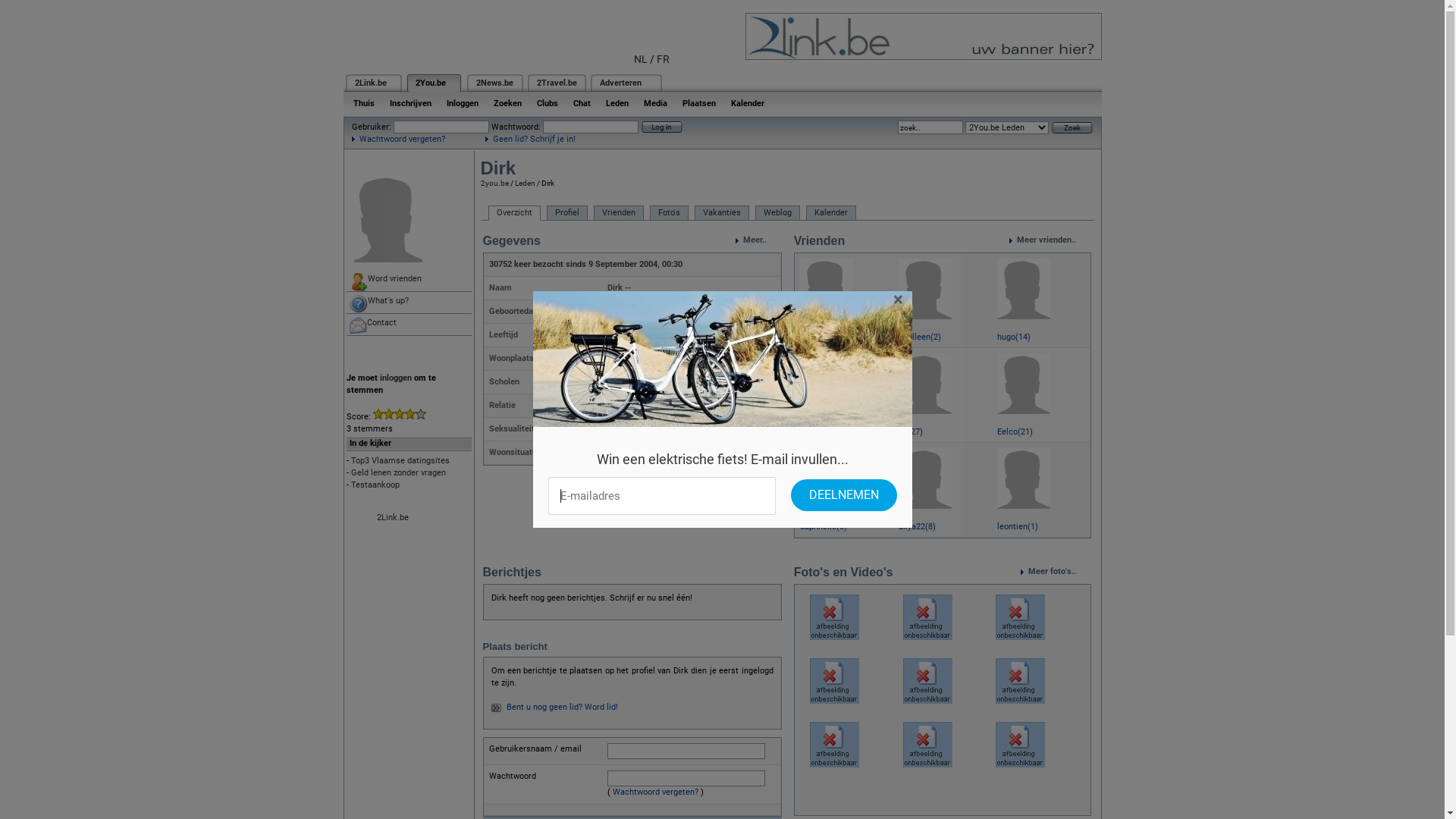  Describe the element at coordinates (777, 213) in the screenshot. I see `'Weblog'` at that location.